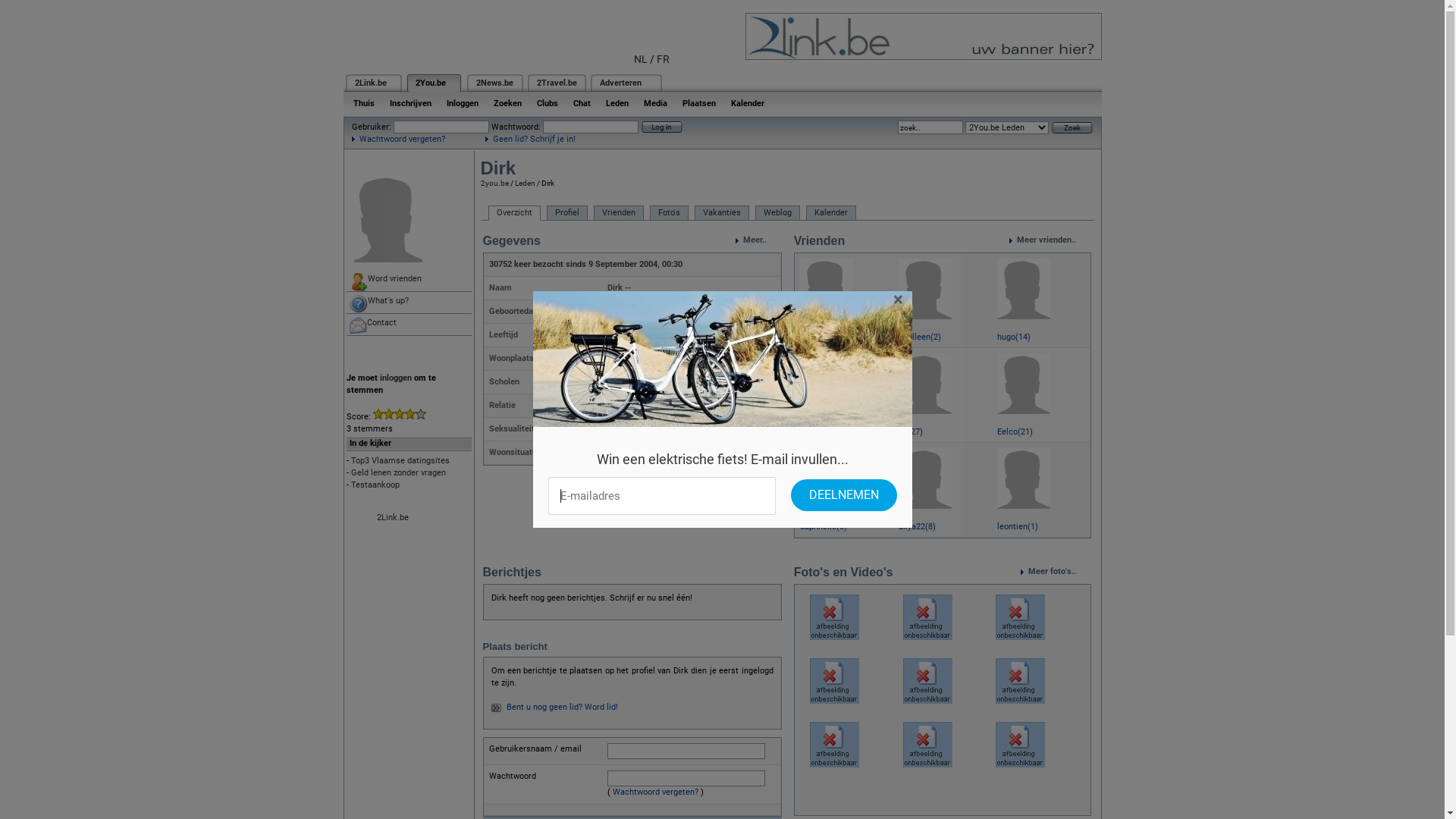  Describe the element at coordinates (777, 213) in the screenshot. I see `'Weblog'` at that location.